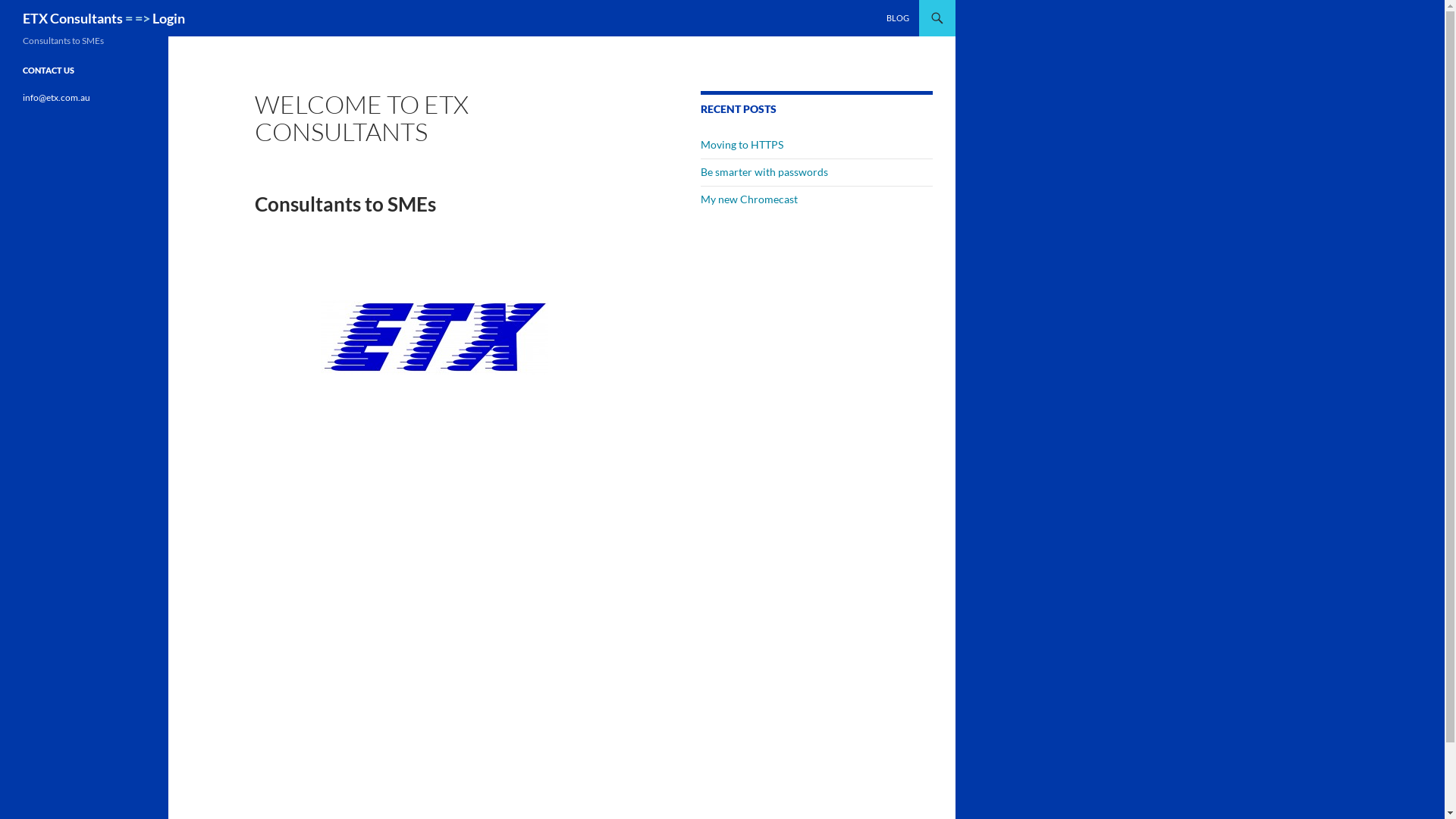 The image size is (1456, 819). I want to click on 'BLOG', so click(898, 17).